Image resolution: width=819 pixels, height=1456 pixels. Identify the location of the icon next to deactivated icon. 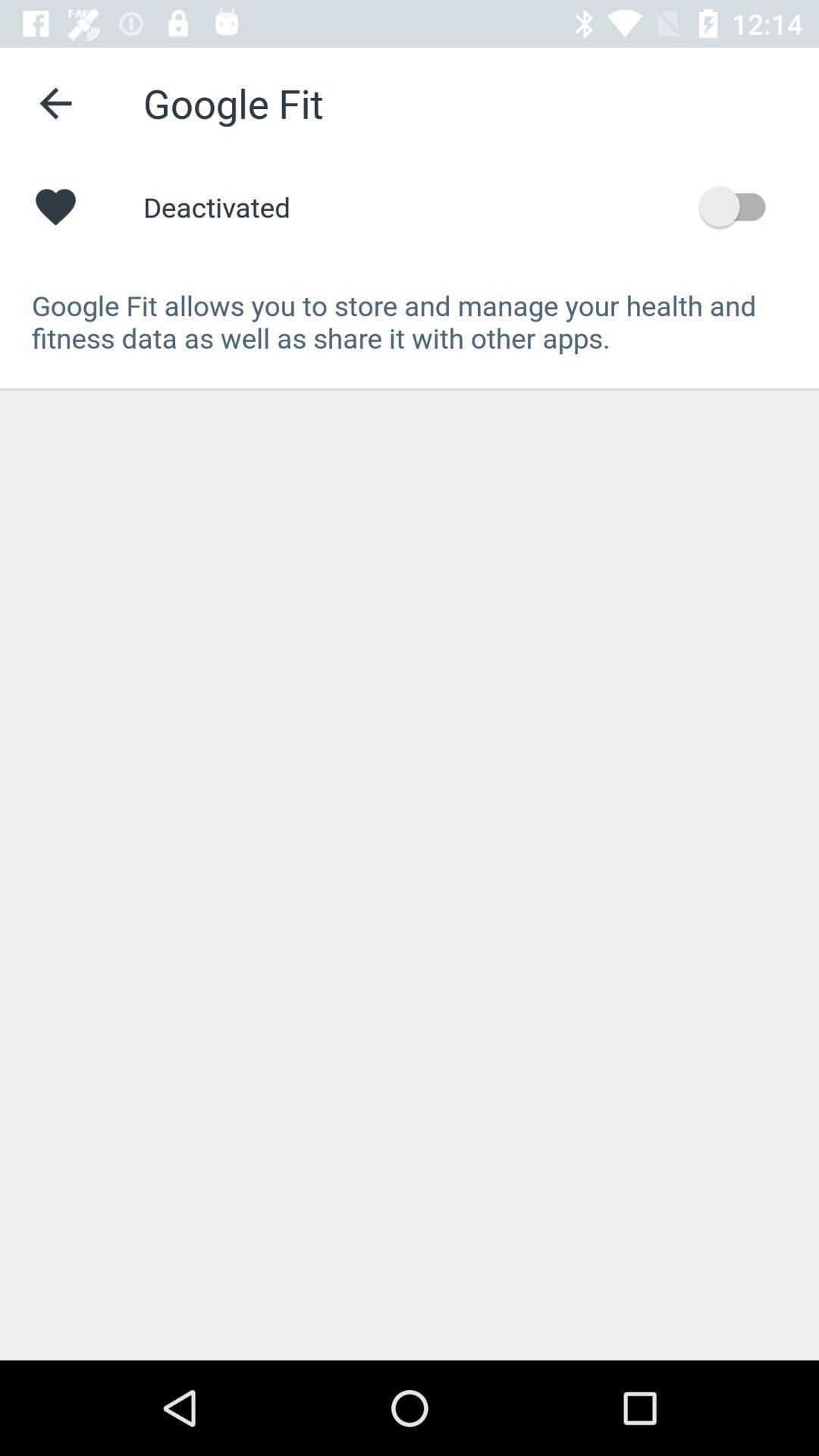
(739, 206).